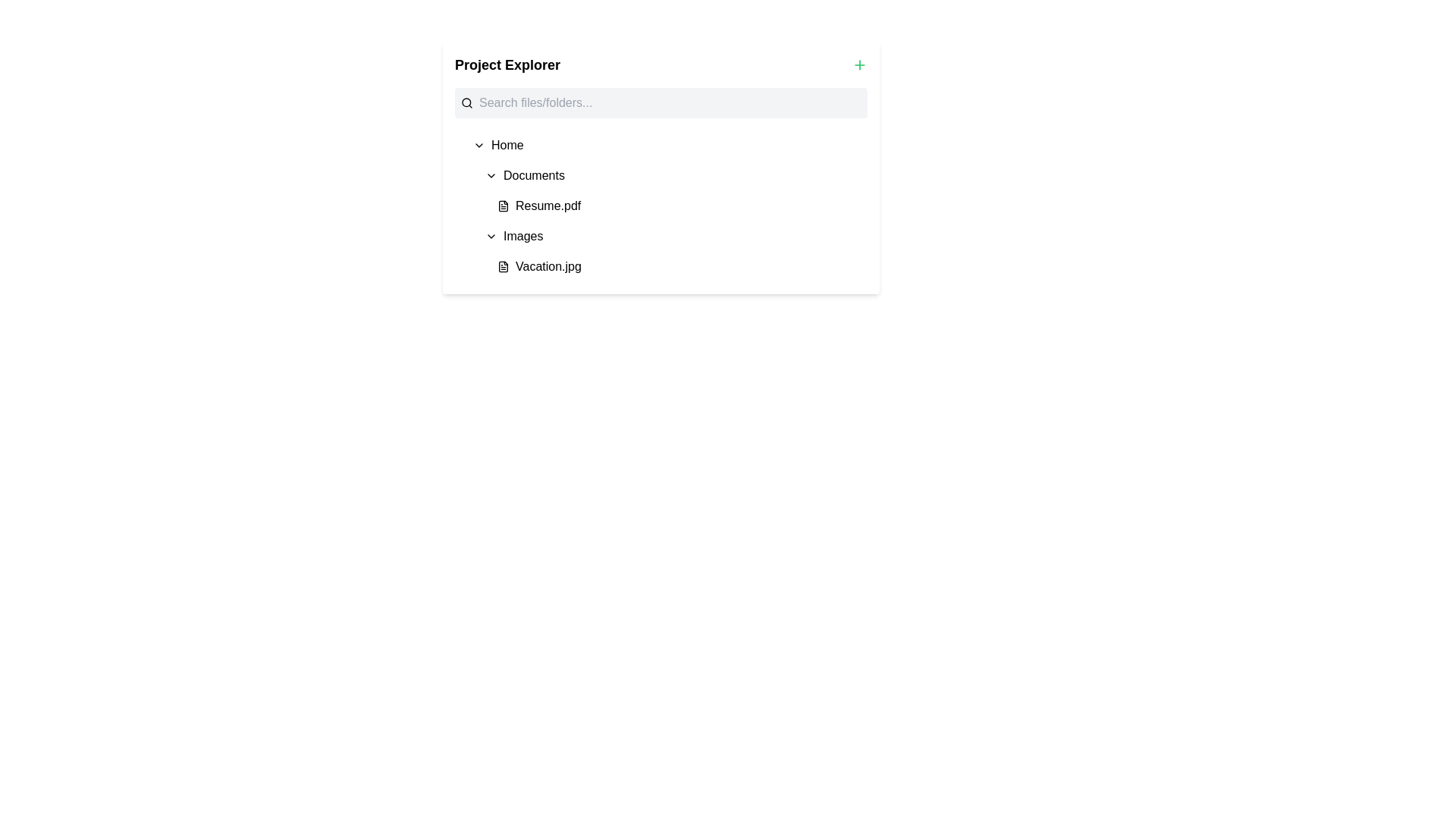 This screenshot has height=819, width=1456. I want to click on the document file icon located to the left of 'Resume.pdf' in the list view interface, so click(503, 206).